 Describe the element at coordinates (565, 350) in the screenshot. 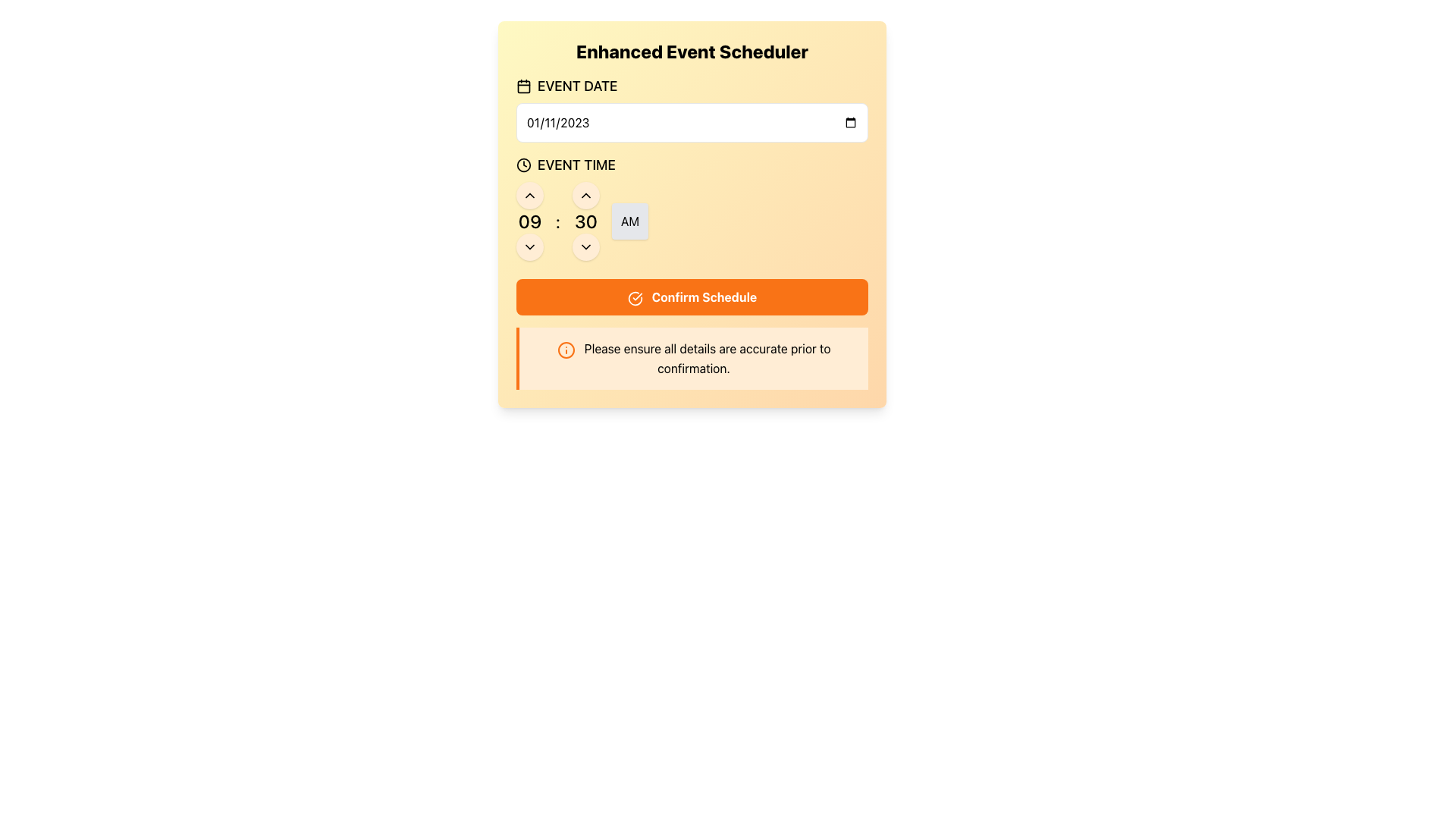

I see `the warning icon located at the bottom of the form, on the left side of the warning box` at that location.